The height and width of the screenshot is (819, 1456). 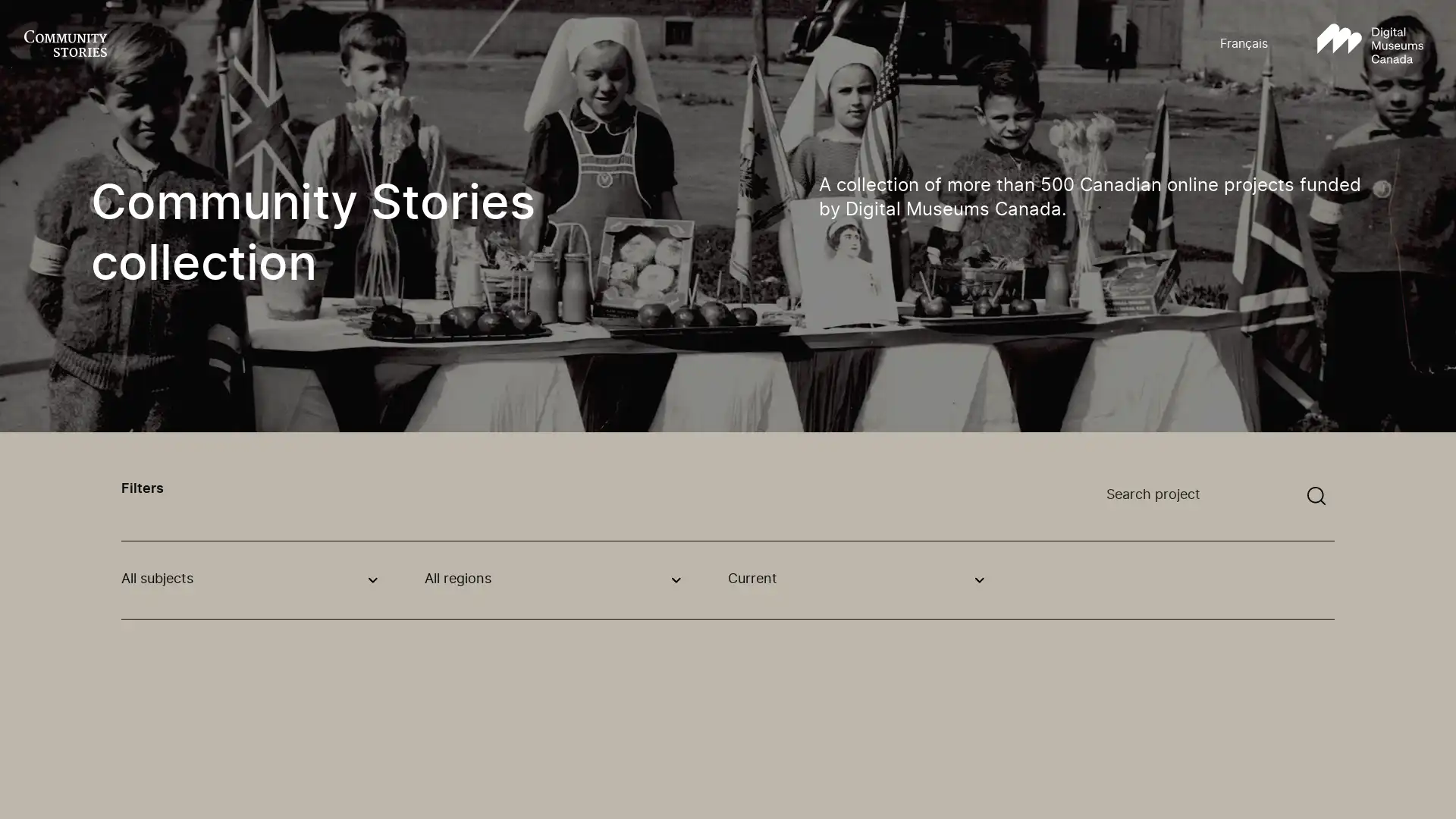 What do you see at coordinates (1370, 43) in the screenshot?
I see `Go to Digital Museums Canada website` at bounding box center [1370, 43].